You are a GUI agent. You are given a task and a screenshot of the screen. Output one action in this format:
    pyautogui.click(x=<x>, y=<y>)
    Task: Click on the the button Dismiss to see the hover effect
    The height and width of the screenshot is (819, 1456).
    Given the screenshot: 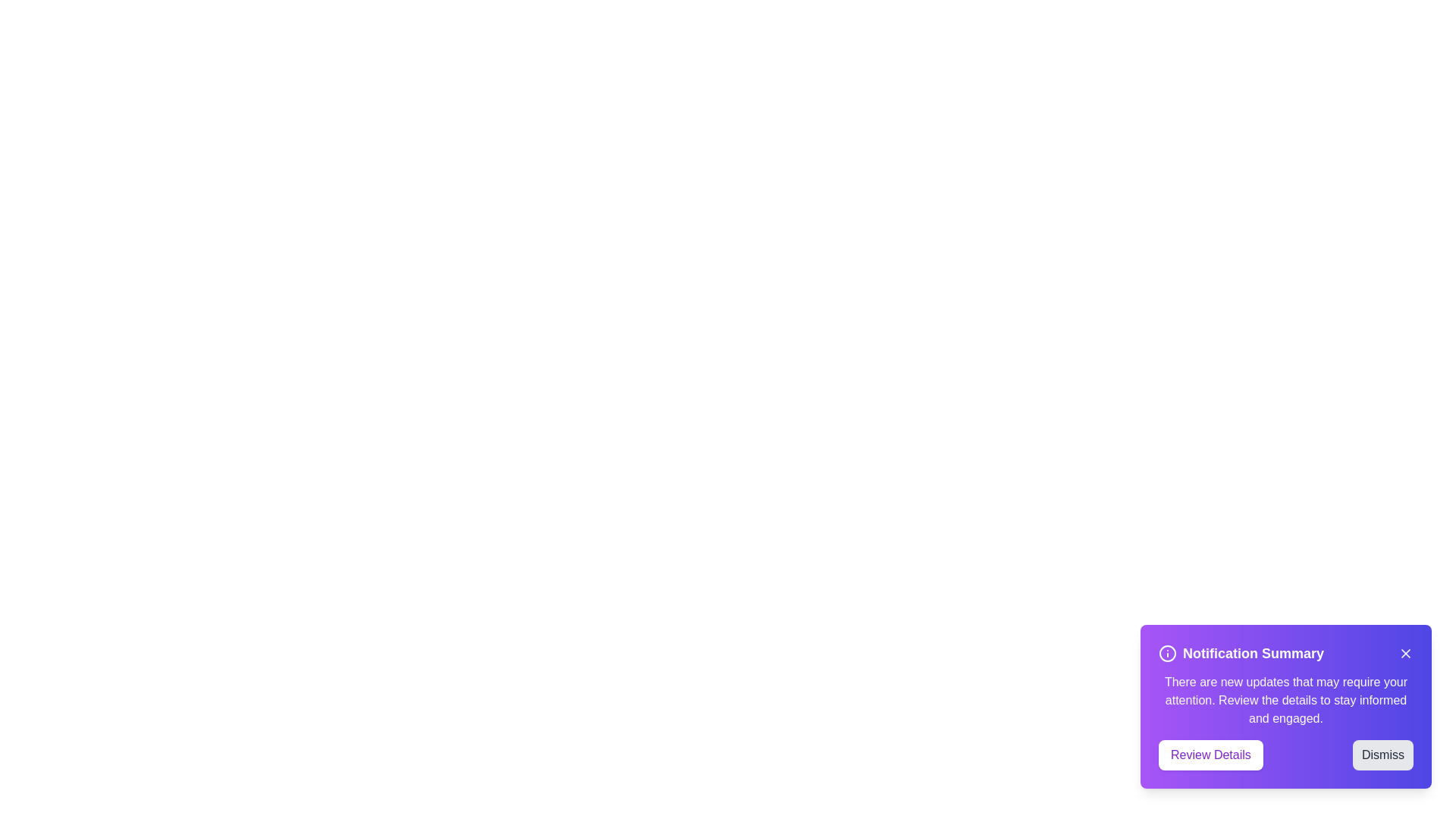 What is the action you would take?
    pyautogui.click(x=1383, y=755)
    